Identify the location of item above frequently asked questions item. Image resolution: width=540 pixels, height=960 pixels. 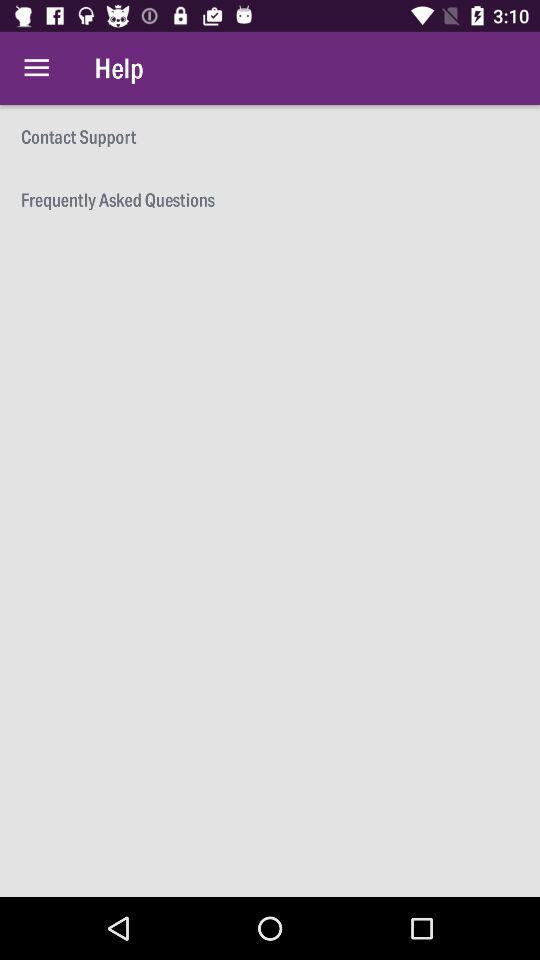
(270, 135).